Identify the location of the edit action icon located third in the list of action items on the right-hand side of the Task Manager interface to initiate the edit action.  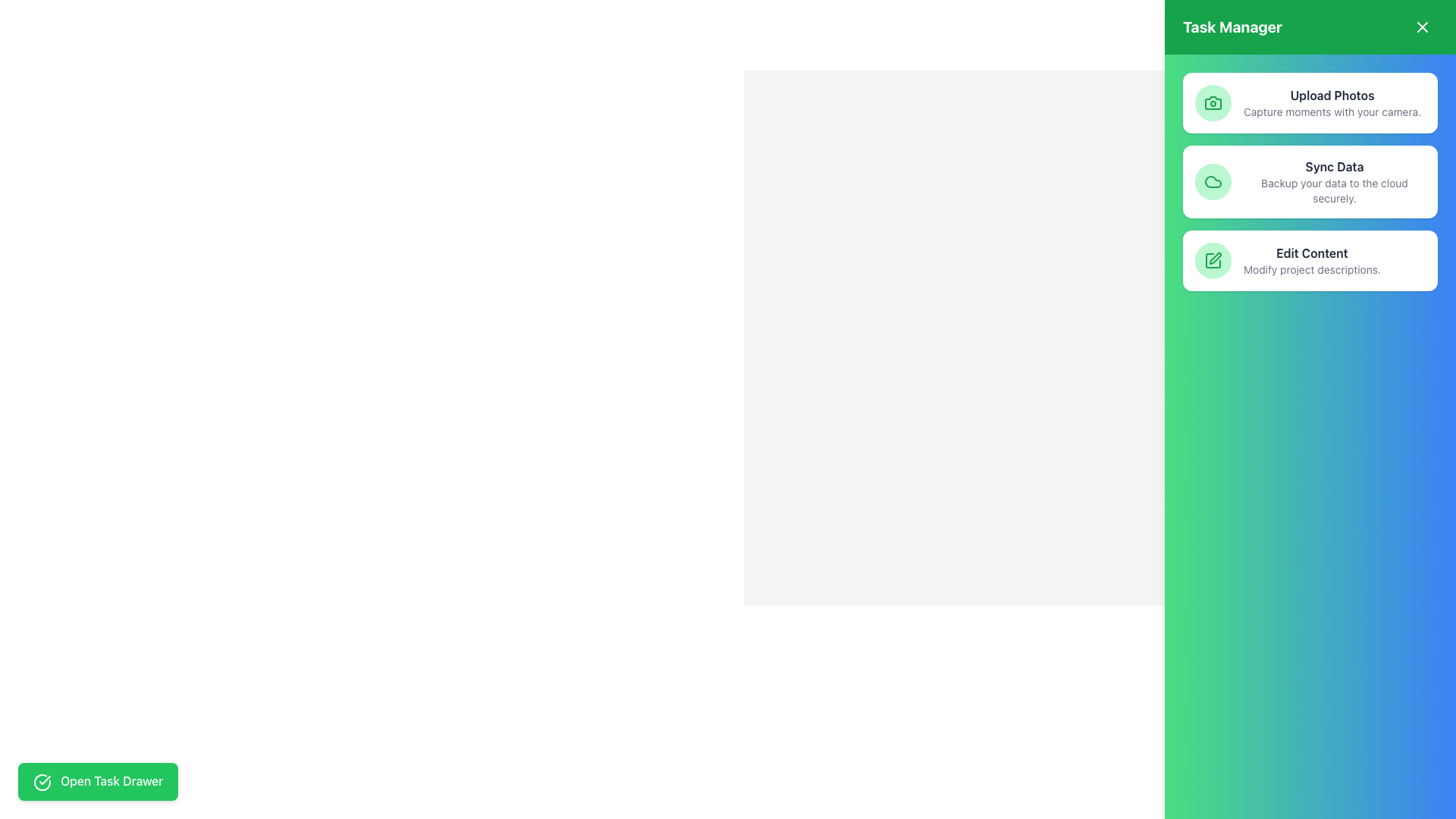
(1212, 259).